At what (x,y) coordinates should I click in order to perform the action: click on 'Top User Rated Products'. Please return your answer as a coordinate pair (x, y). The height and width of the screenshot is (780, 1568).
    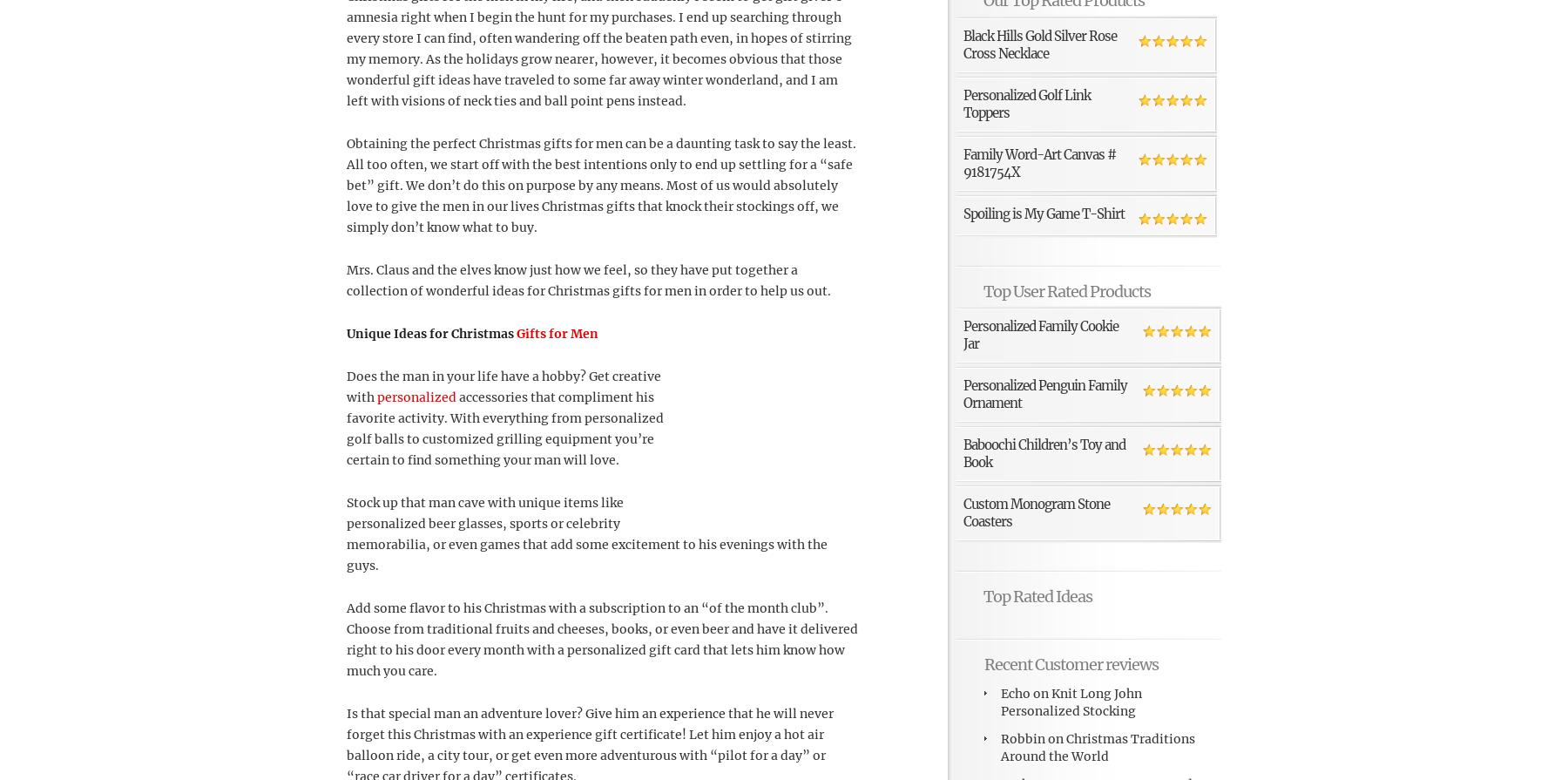
    Looking at the image, I should click on (1066, 290).